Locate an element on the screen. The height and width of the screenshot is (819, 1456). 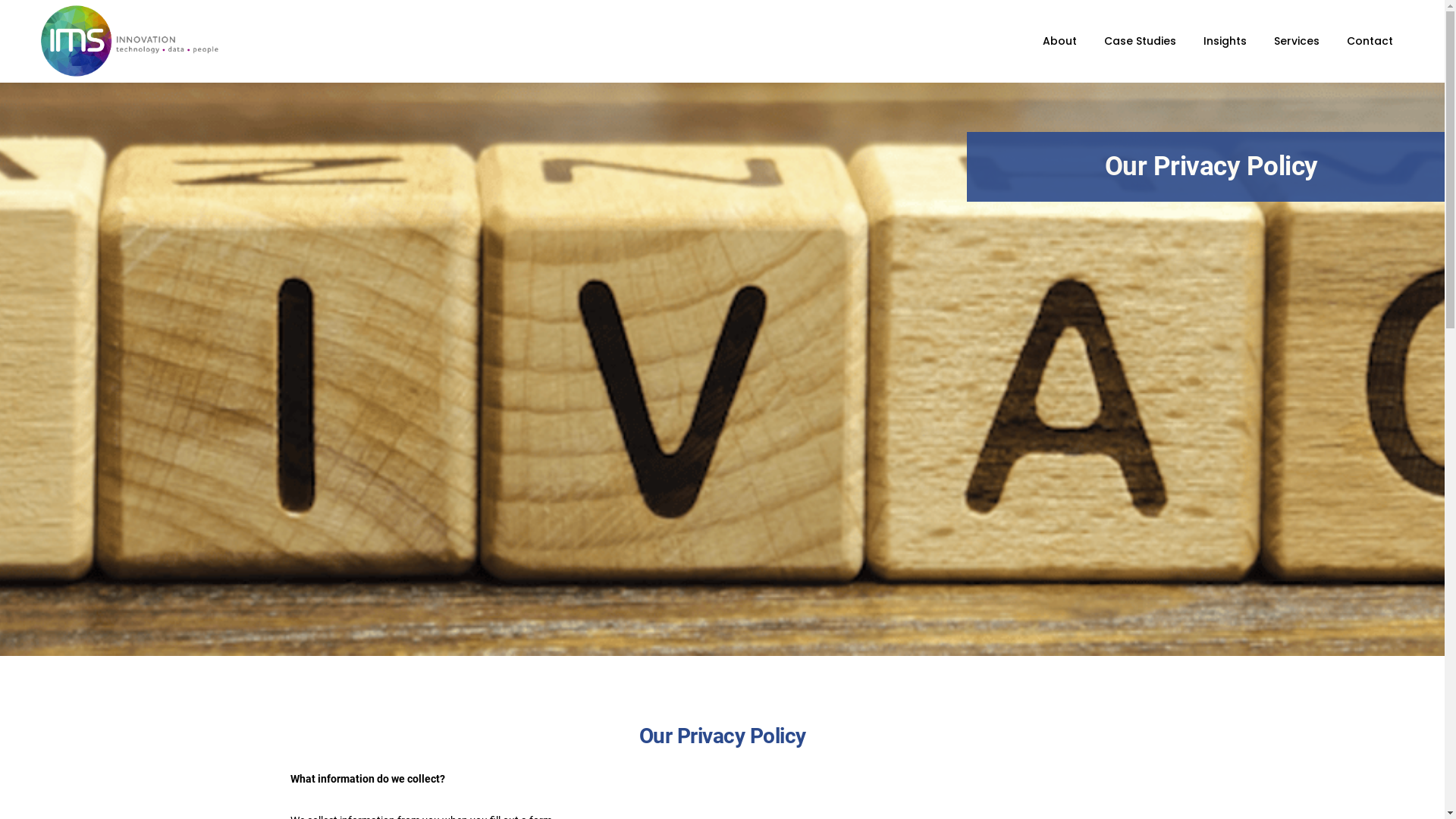
'Case Studies' is located at coordinates (1140, 40).